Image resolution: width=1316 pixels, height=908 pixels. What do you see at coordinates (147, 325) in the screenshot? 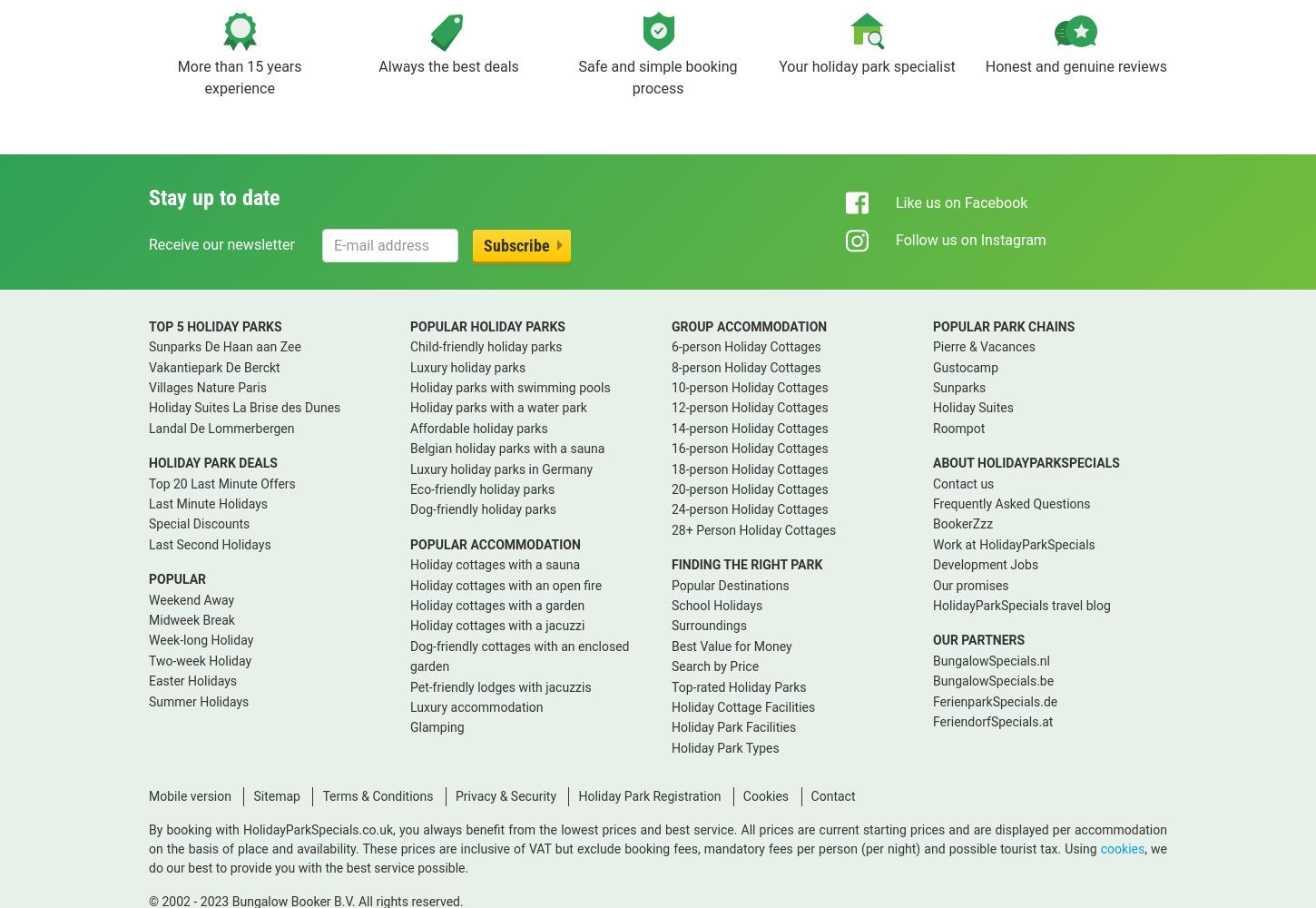
I see `'TOP 5 HOLIDAY PARKS'` at bounding box center [147, 325].